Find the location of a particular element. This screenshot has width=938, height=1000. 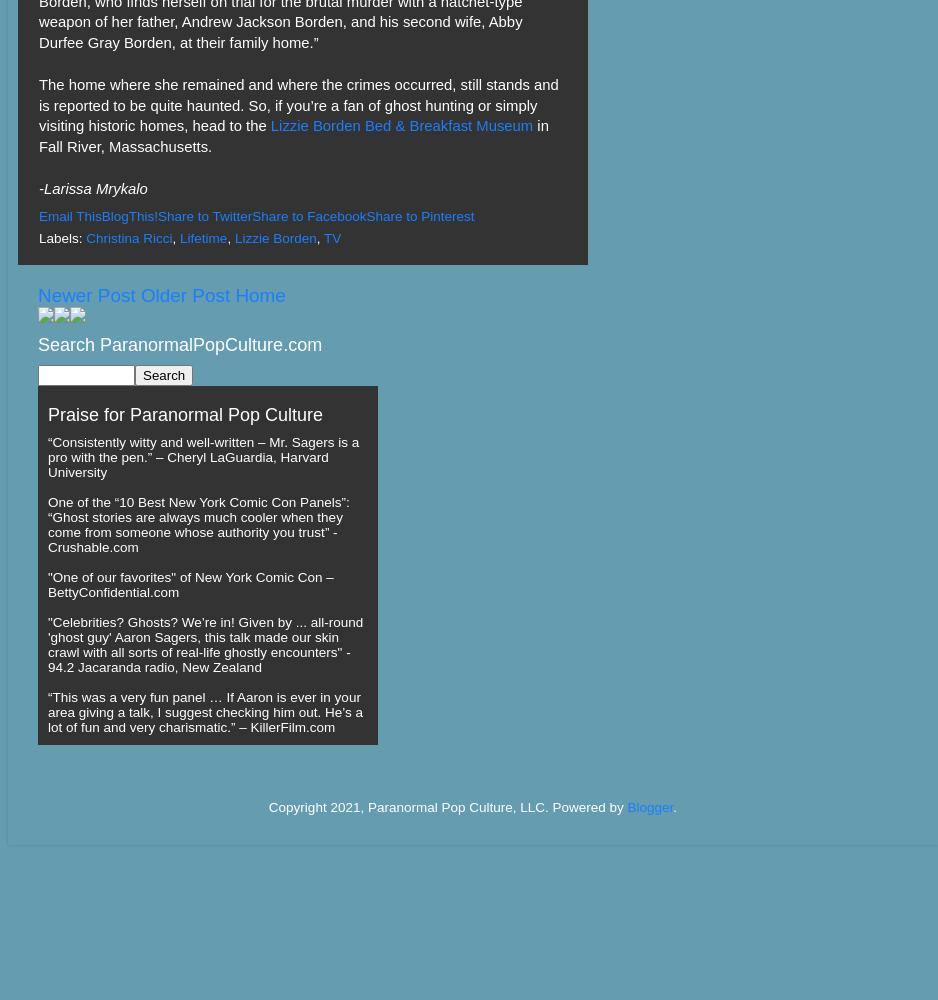

'.' is located at coordinates (673, 807).